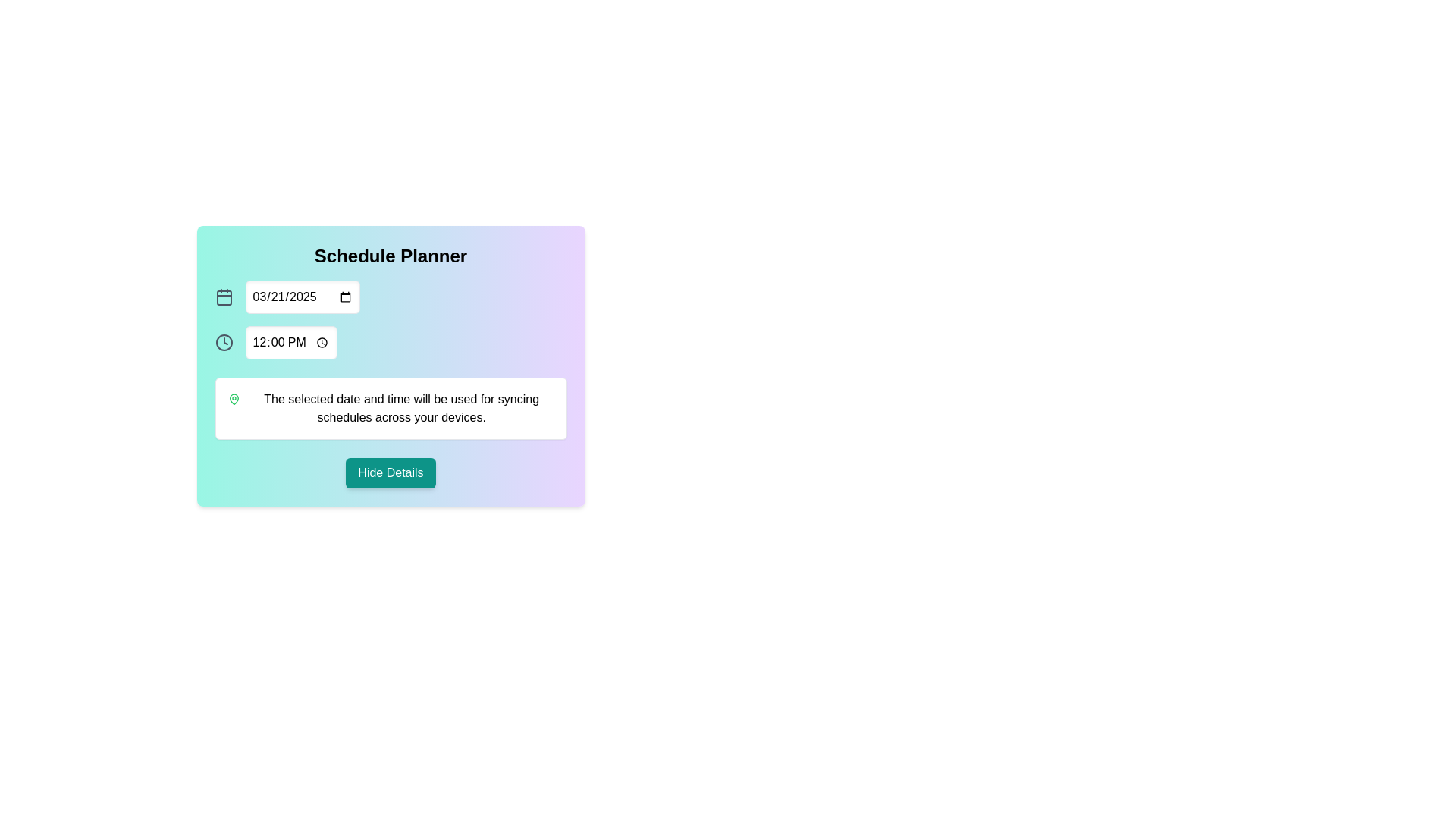 The width and height of the screenshot is (1456, 819). Describe the element at coordinates (401, 408) in the screenshot. I see `the text block that provides supplementary information regarding the selection of date and time, positioned below the time picker control` at that location.